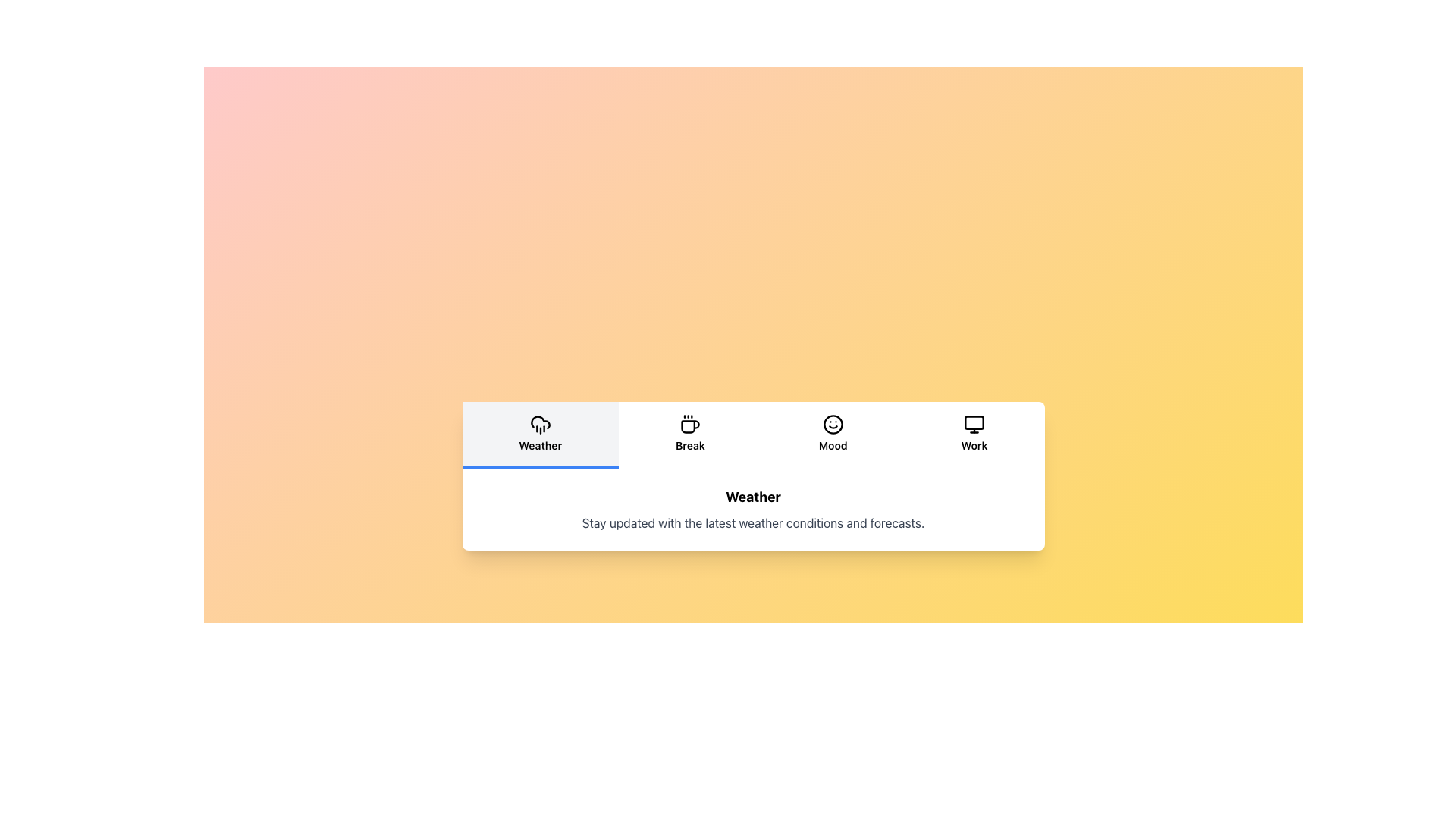  Describe the element at coordinates (832, 433) in the screenshot. I see `the 'Mood' menu item, which features a smiling face icon above the bold text 'Mood', located in the middle of the horizontal menu bar as the third item from the left` at that location.